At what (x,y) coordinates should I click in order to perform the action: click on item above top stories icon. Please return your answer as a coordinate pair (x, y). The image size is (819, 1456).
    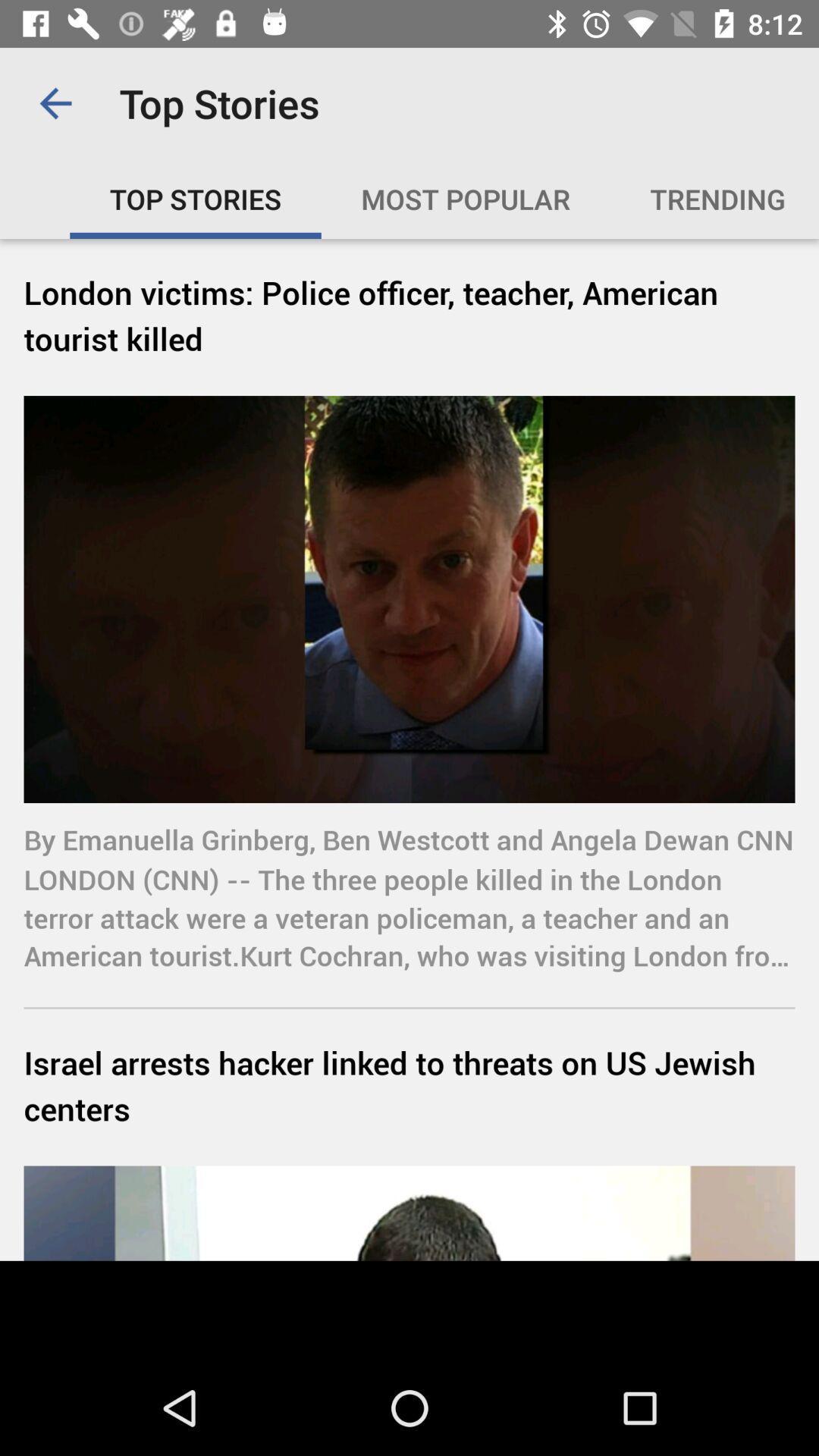
    Looking at the image, I should click on (55, 102).